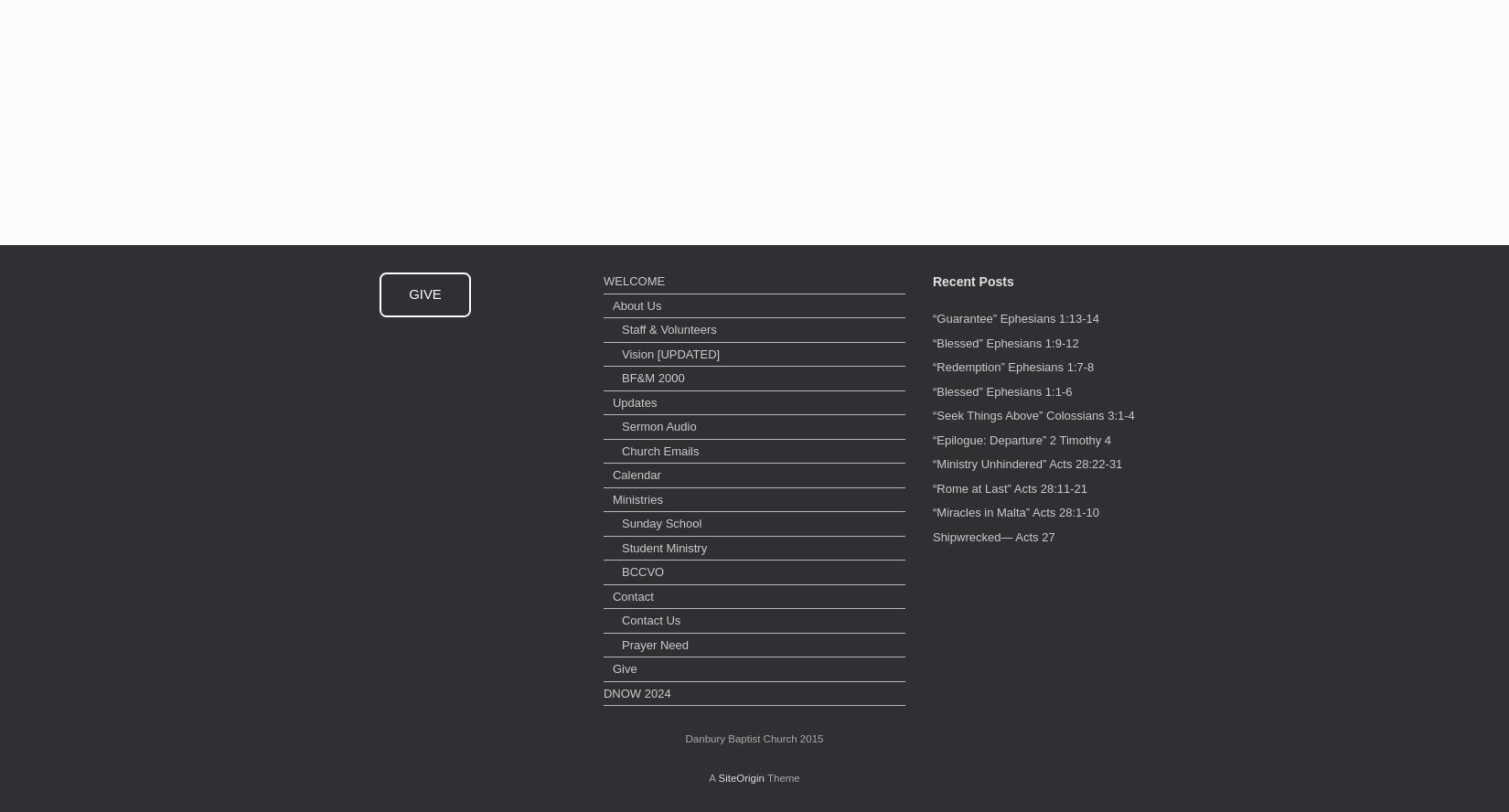 This screenshot has height=812, width=1509. Describe the element at coordinates (635, 304) in the screenshot. I see `'About Us'` at that location.